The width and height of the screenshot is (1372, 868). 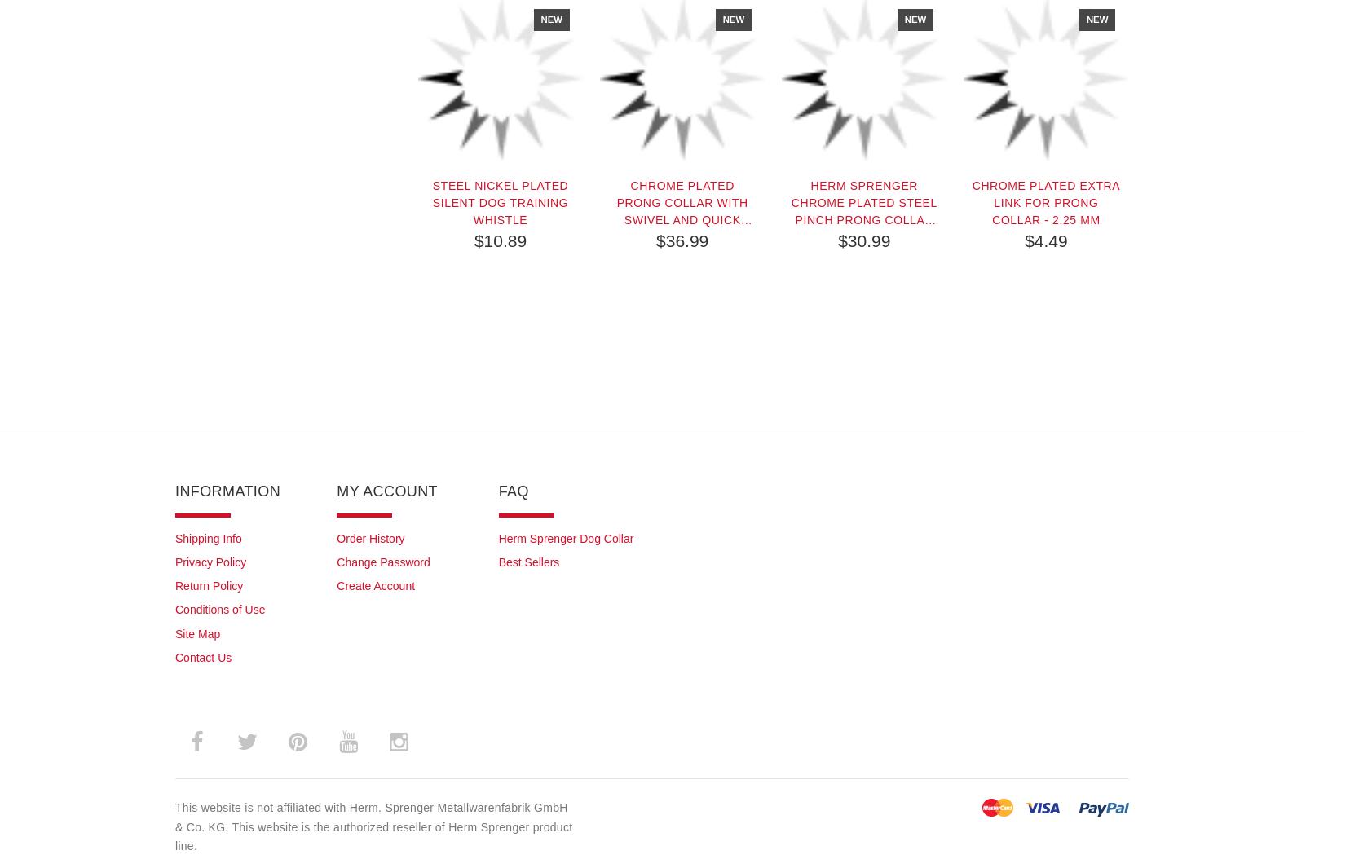 What do you see at coordinates (202, 656) in the screenshot?
I see `'Contact Us'` at bounding box center [202, 656].